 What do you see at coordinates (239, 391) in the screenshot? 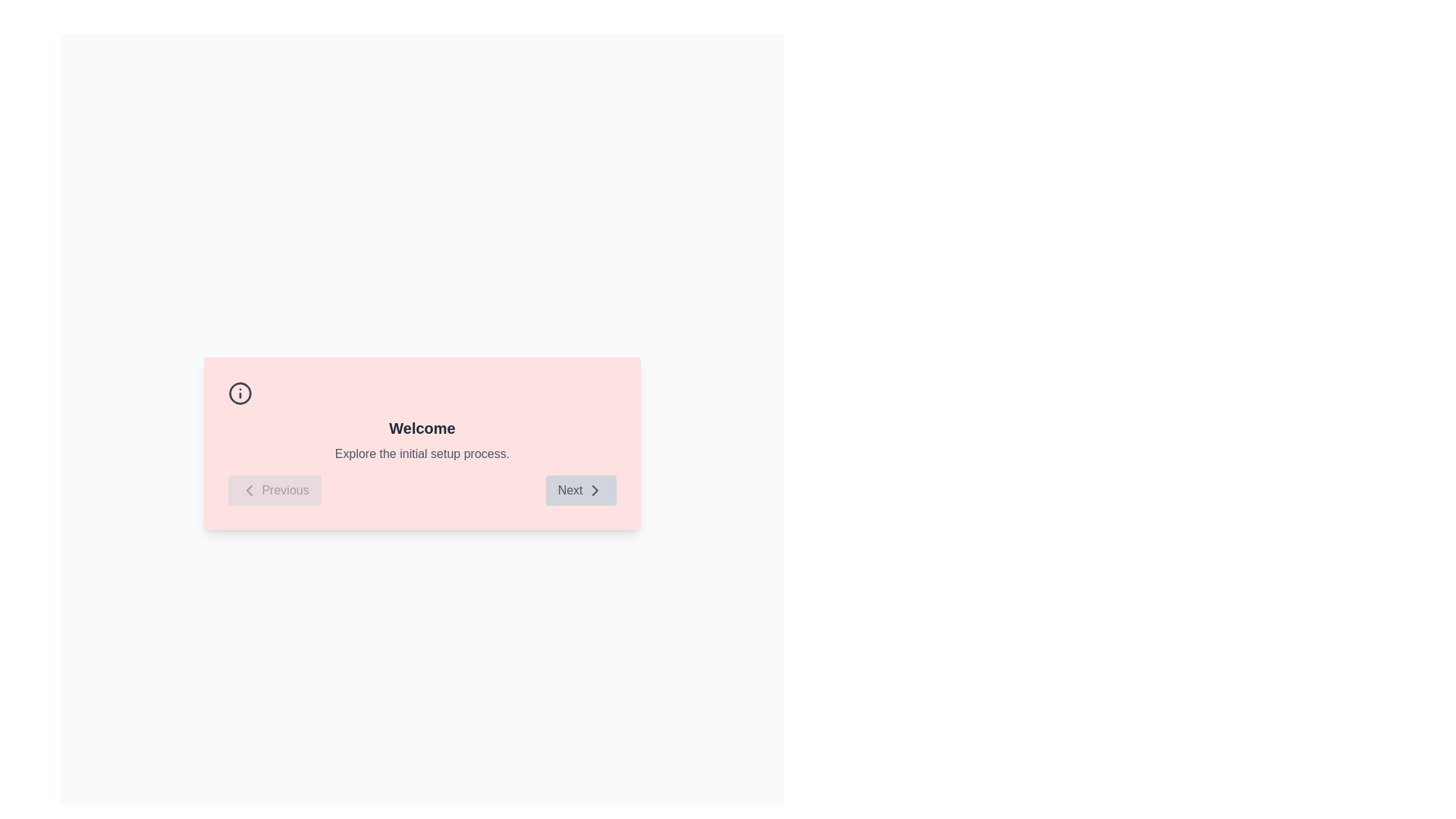
I see `the informational icon located at the upper-left corner of the card-like panel` at bounding box center [239, 391].